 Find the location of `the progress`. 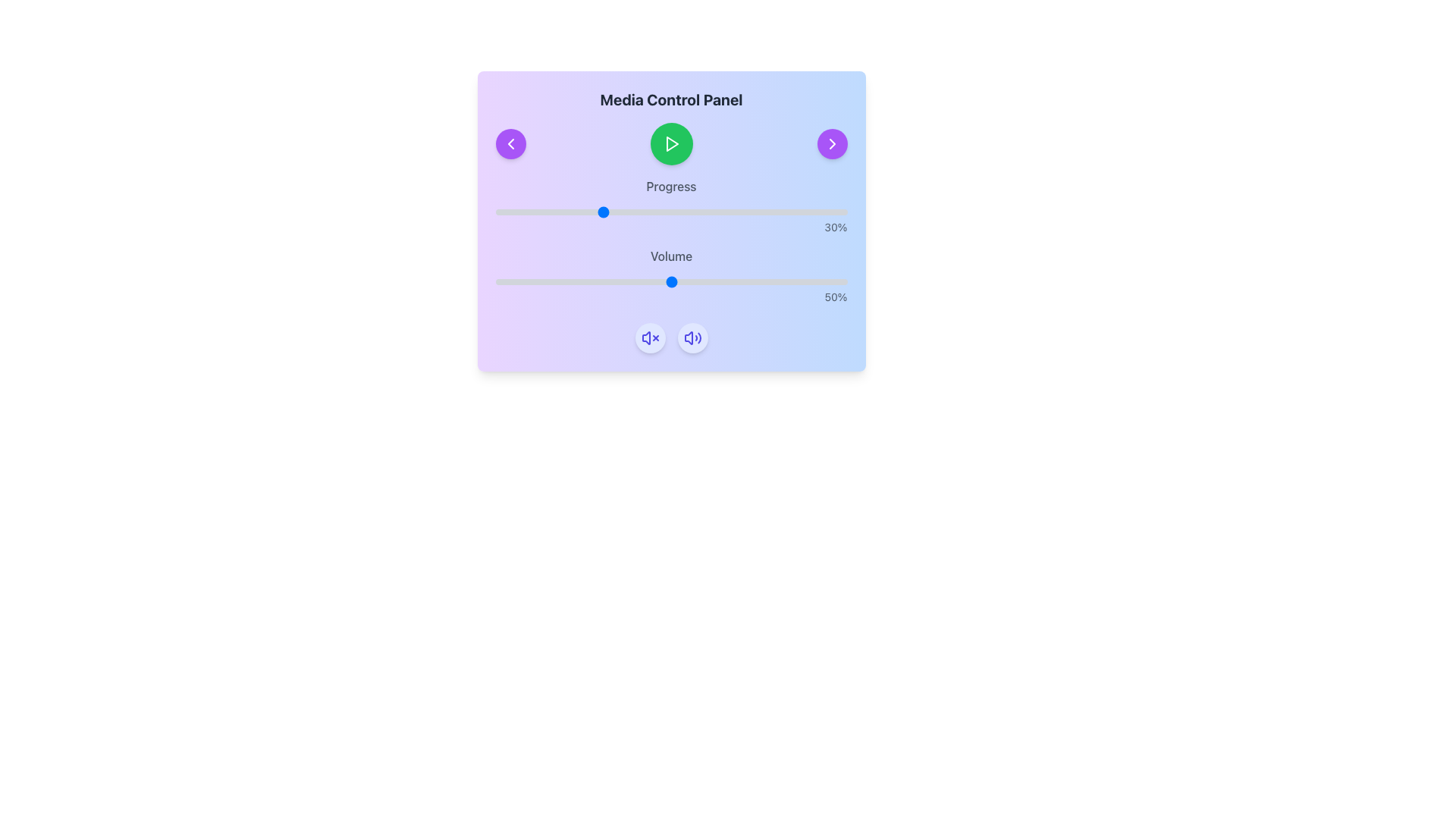

the progress is located at coordinates (793, 212).